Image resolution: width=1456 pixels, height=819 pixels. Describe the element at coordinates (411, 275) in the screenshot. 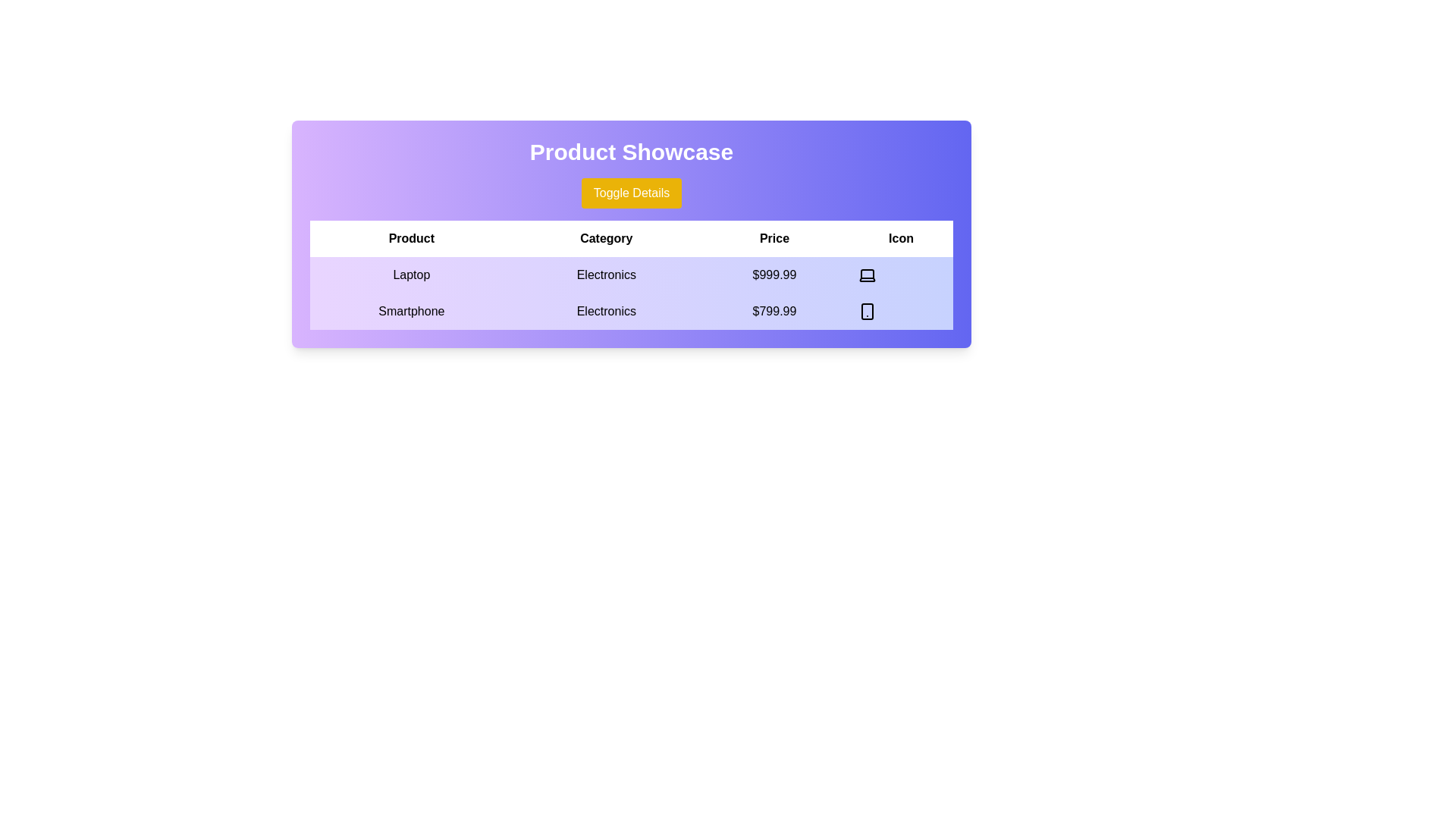

I see `the text label reading 'Laptop', which is styled with a black sans-serif font and located within a purple gradient background row` at that location.